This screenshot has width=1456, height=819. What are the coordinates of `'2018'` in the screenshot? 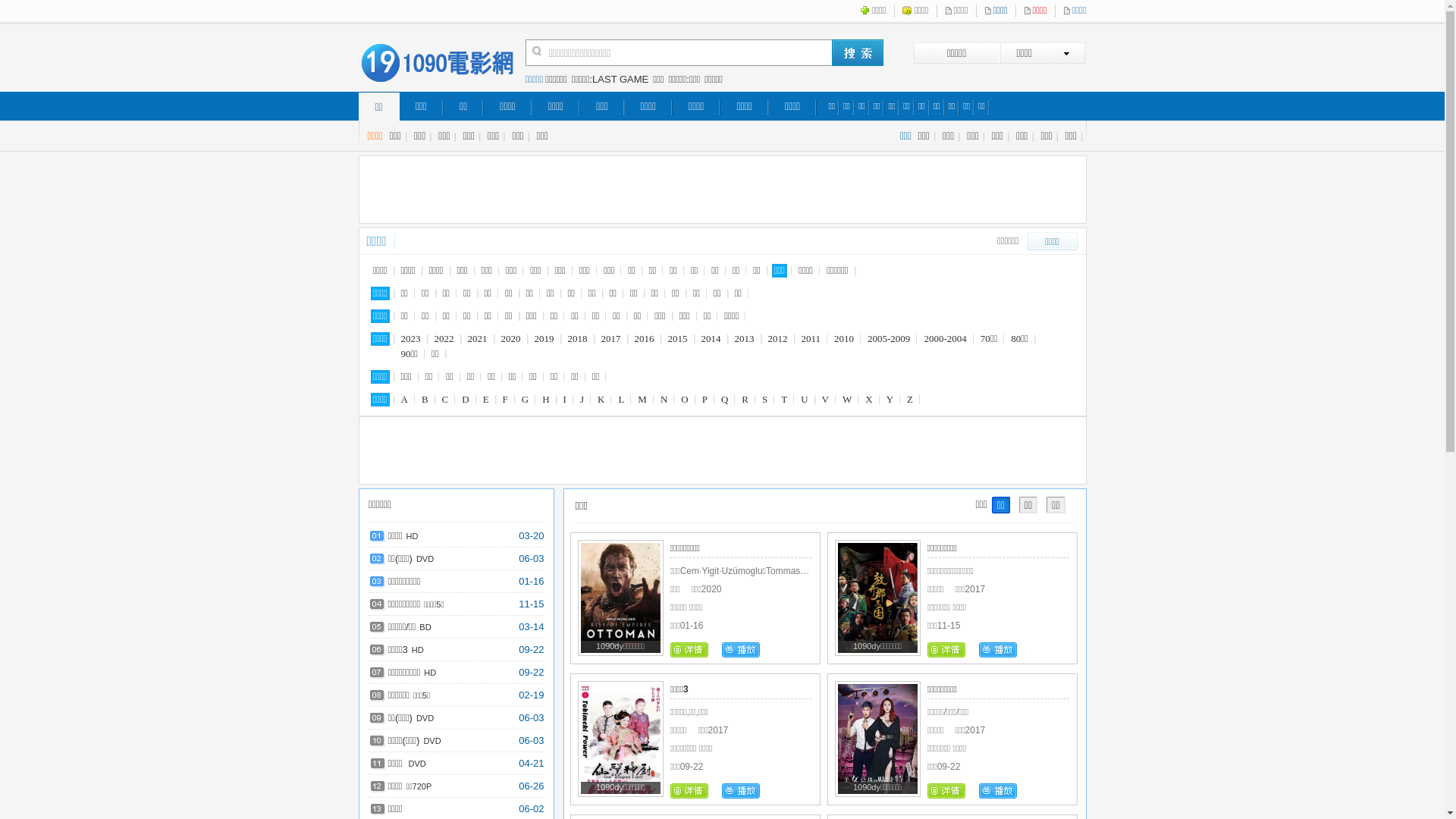 It's located at (577, 338).